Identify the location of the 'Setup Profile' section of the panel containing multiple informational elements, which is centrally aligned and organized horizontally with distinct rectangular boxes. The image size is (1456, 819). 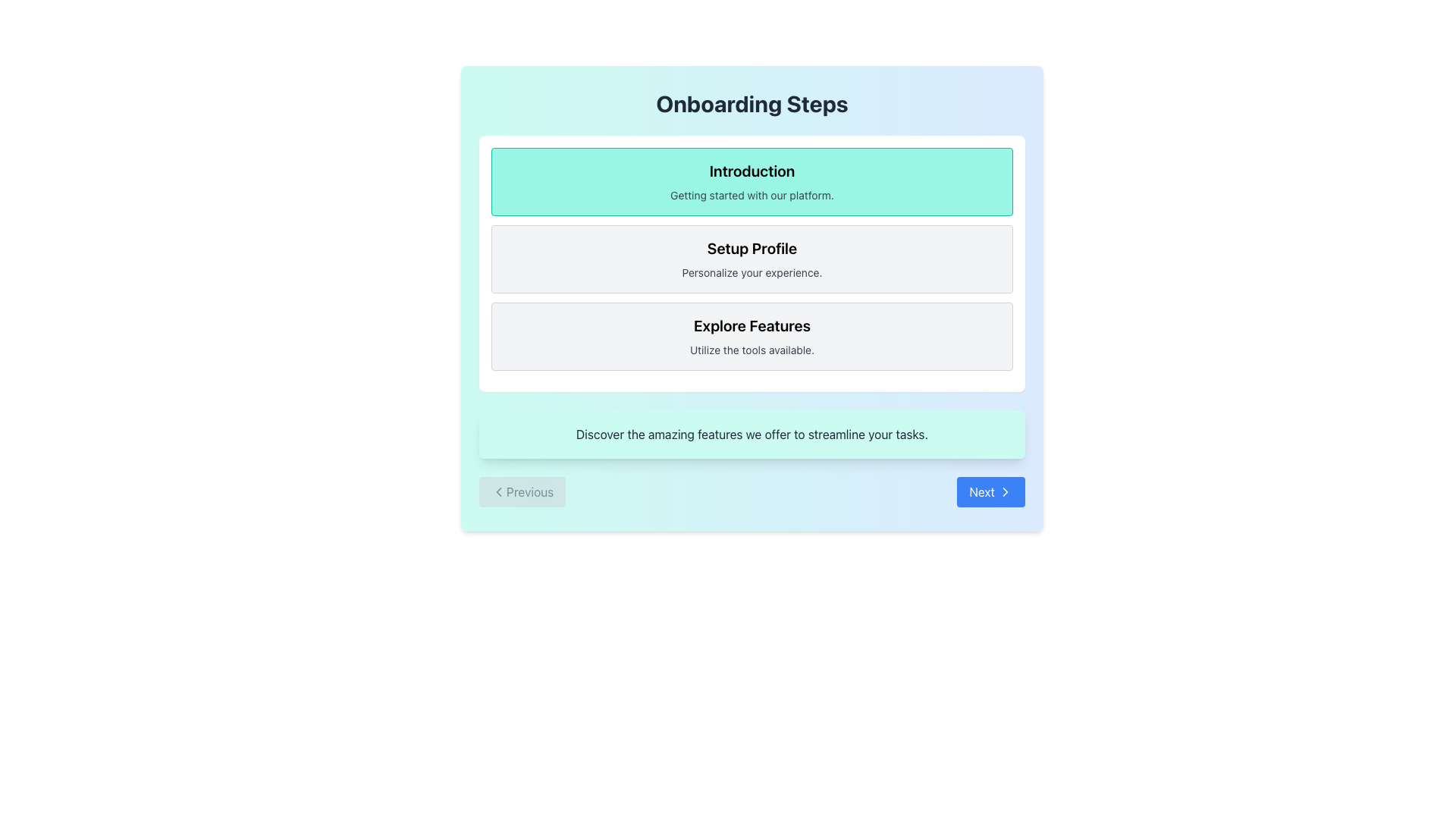
(752, 262).